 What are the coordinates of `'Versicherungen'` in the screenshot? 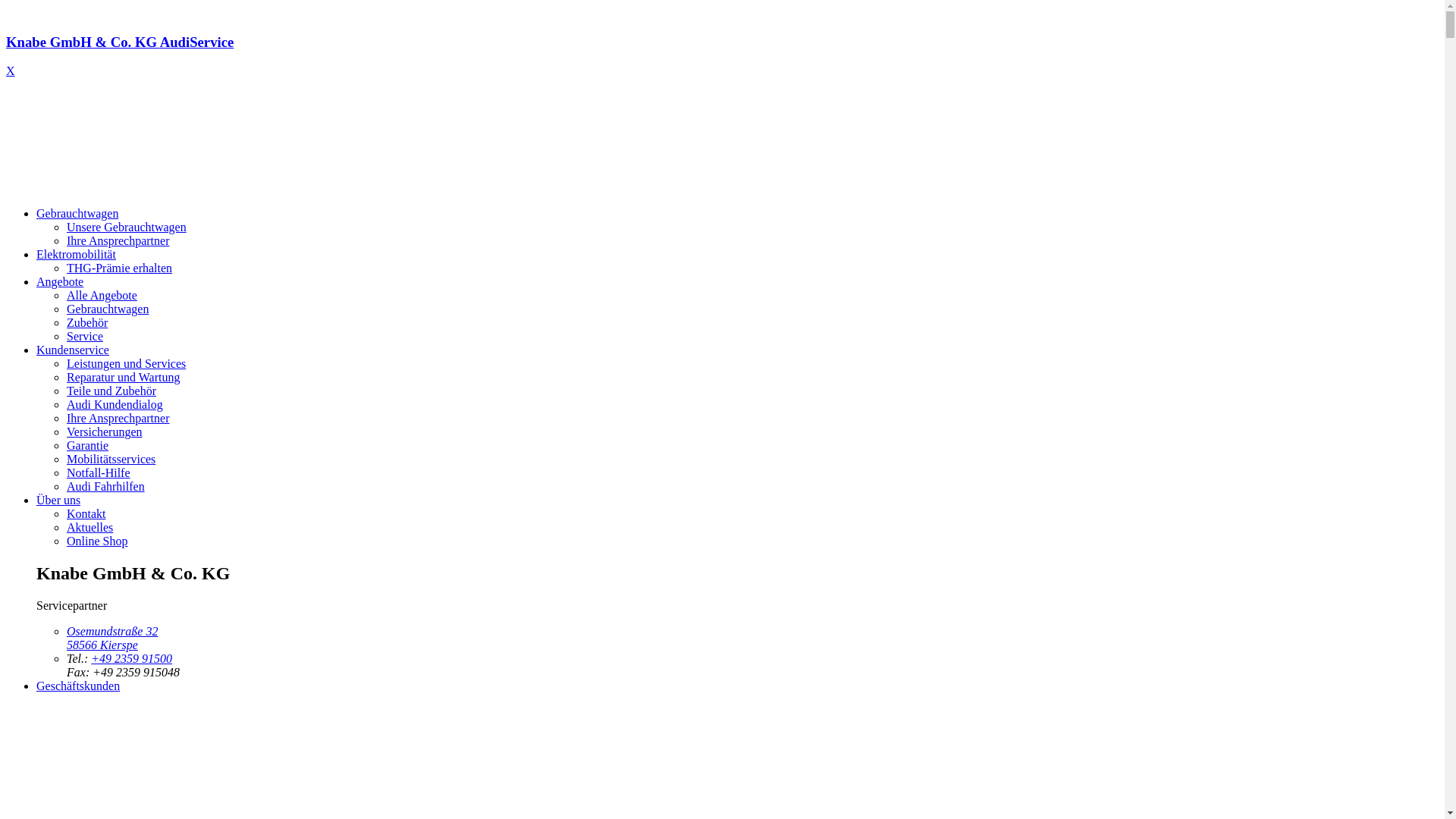 It's located at (104, 431).